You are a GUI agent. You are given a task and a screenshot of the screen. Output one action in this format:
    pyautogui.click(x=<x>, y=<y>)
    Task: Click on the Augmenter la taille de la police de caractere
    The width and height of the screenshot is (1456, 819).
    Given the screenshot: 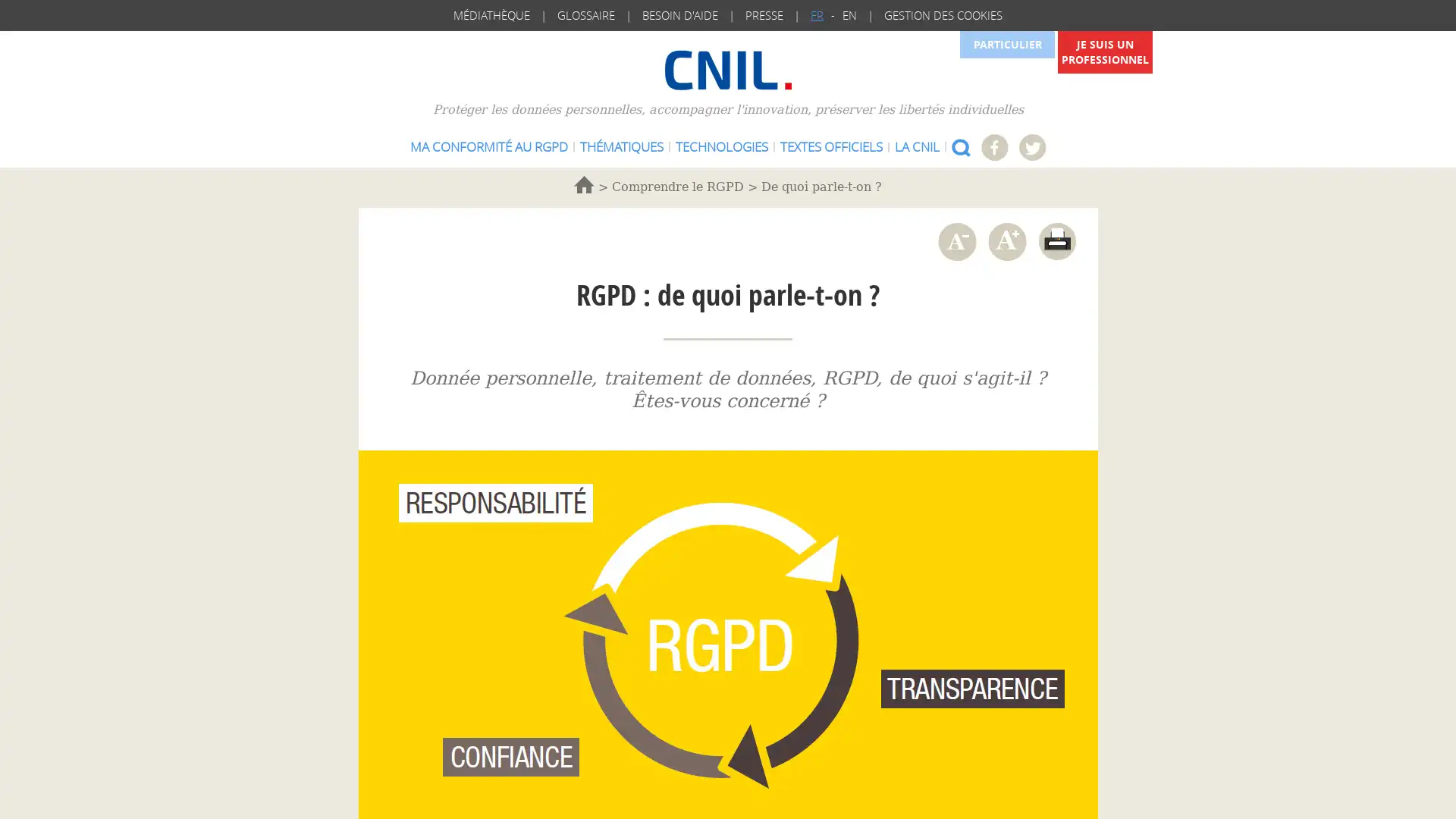 What is the action you would take?
    pyautogui.click(x=1006, y=240)
    